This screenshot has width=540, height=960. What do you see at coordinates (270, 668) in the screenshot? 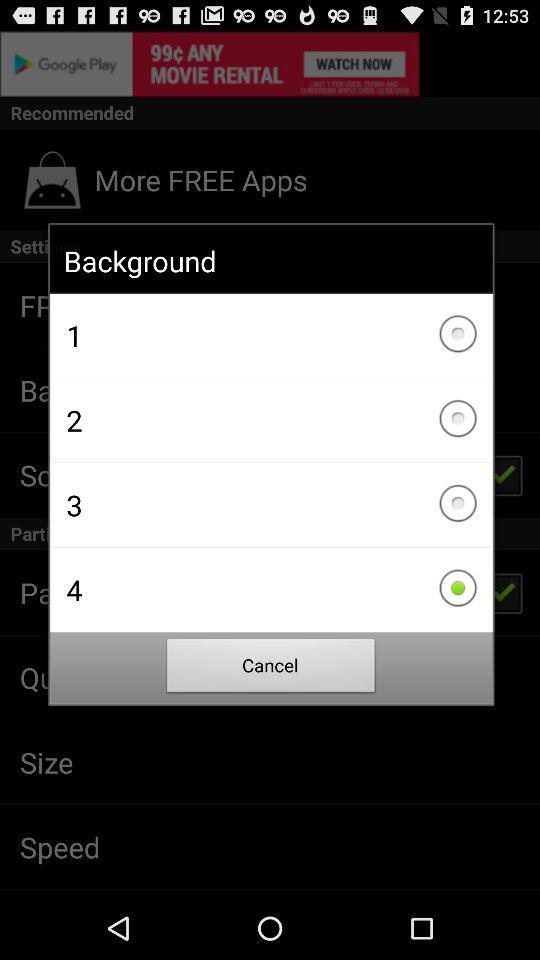
I see `the item below 4 item` at bounding box center [270, 668].